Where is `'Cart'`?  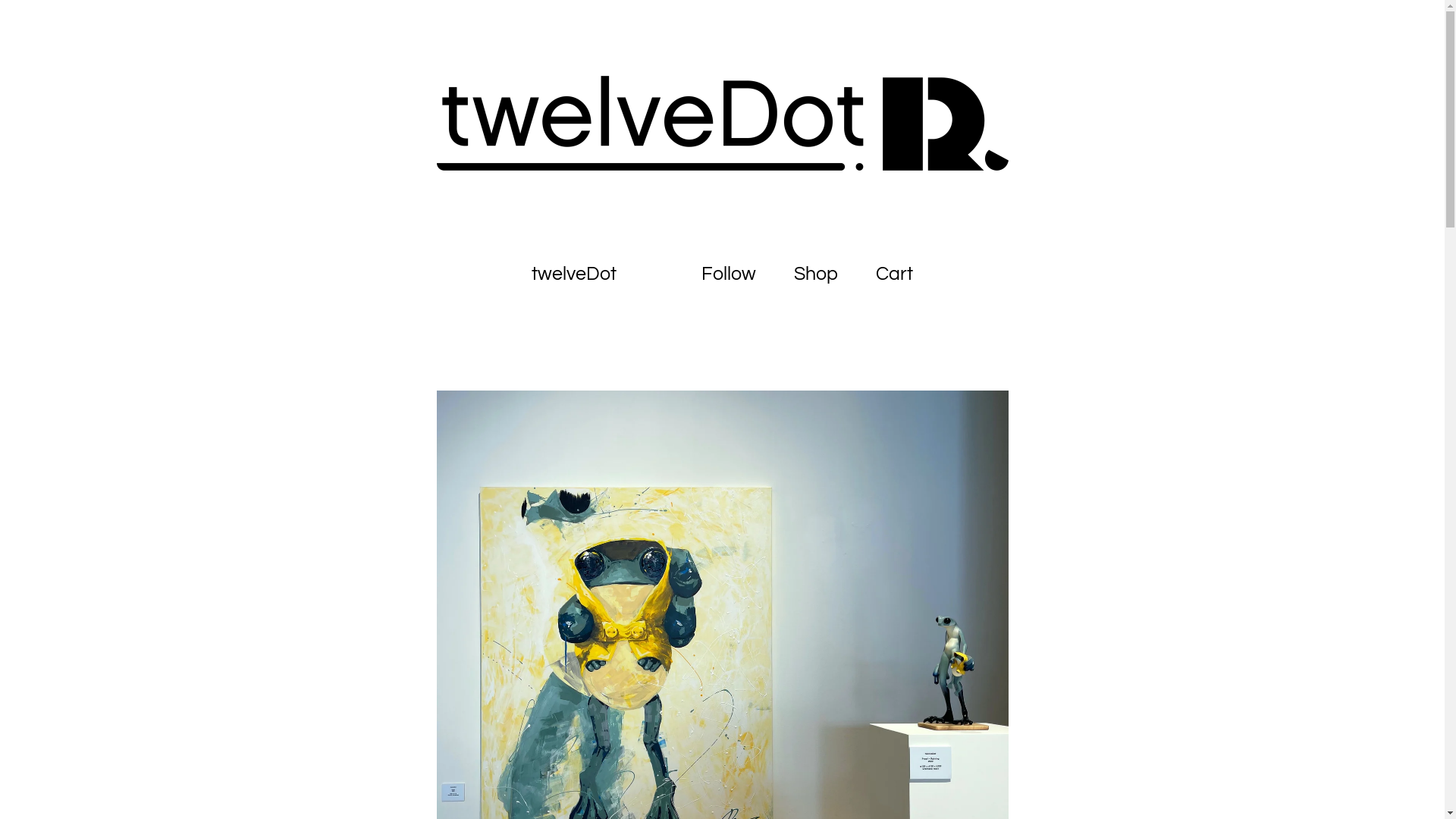 'Cart' is located at coordinates (894, 274).